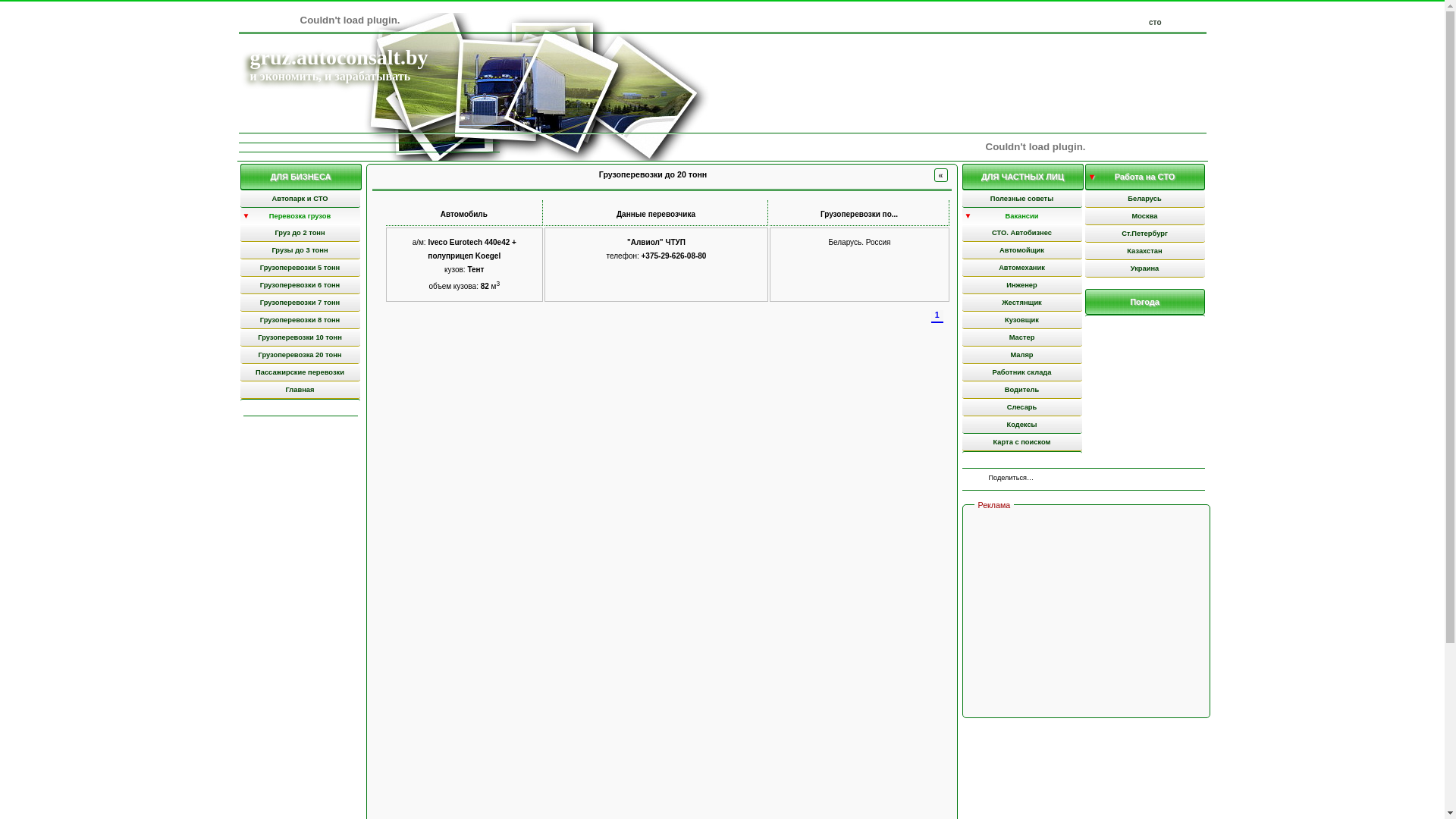 This screenshot has height=819, width=1456. I want to click on 'LiveJournal', so click(1121, 479).